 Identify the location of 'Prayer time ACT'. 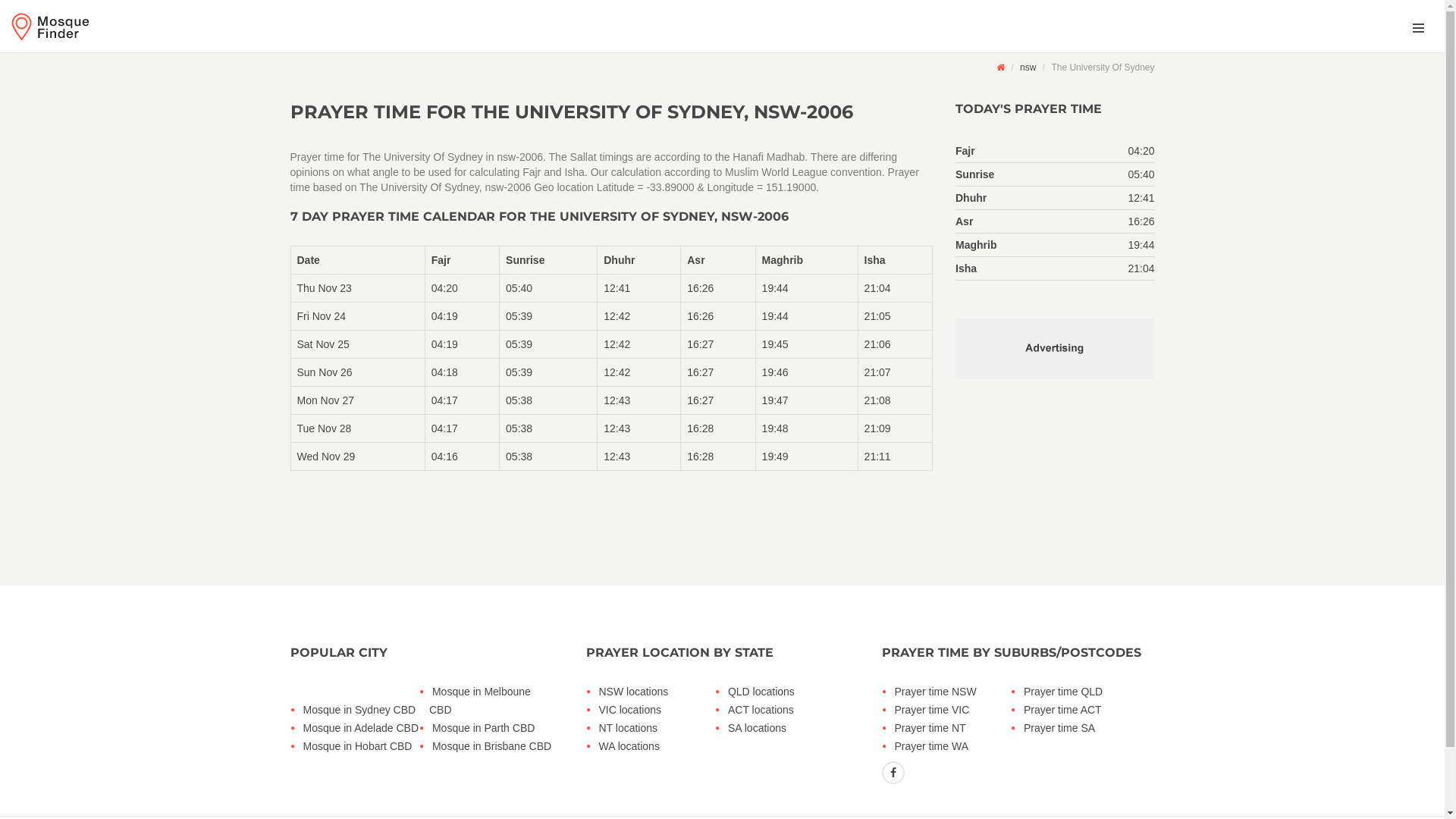
(1020, 710).